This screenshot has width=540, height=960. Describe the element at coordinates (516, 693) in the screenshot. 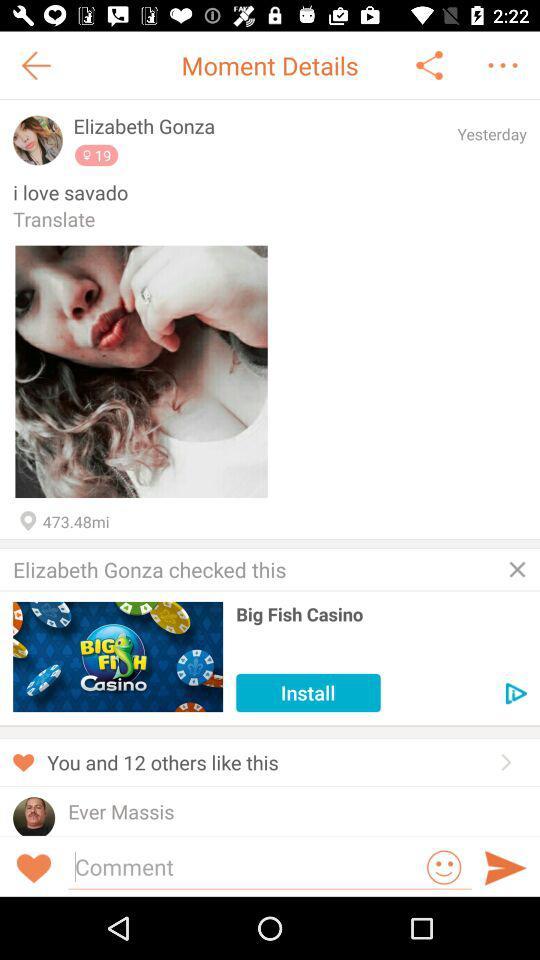

I see `click on advertisement` at that location.